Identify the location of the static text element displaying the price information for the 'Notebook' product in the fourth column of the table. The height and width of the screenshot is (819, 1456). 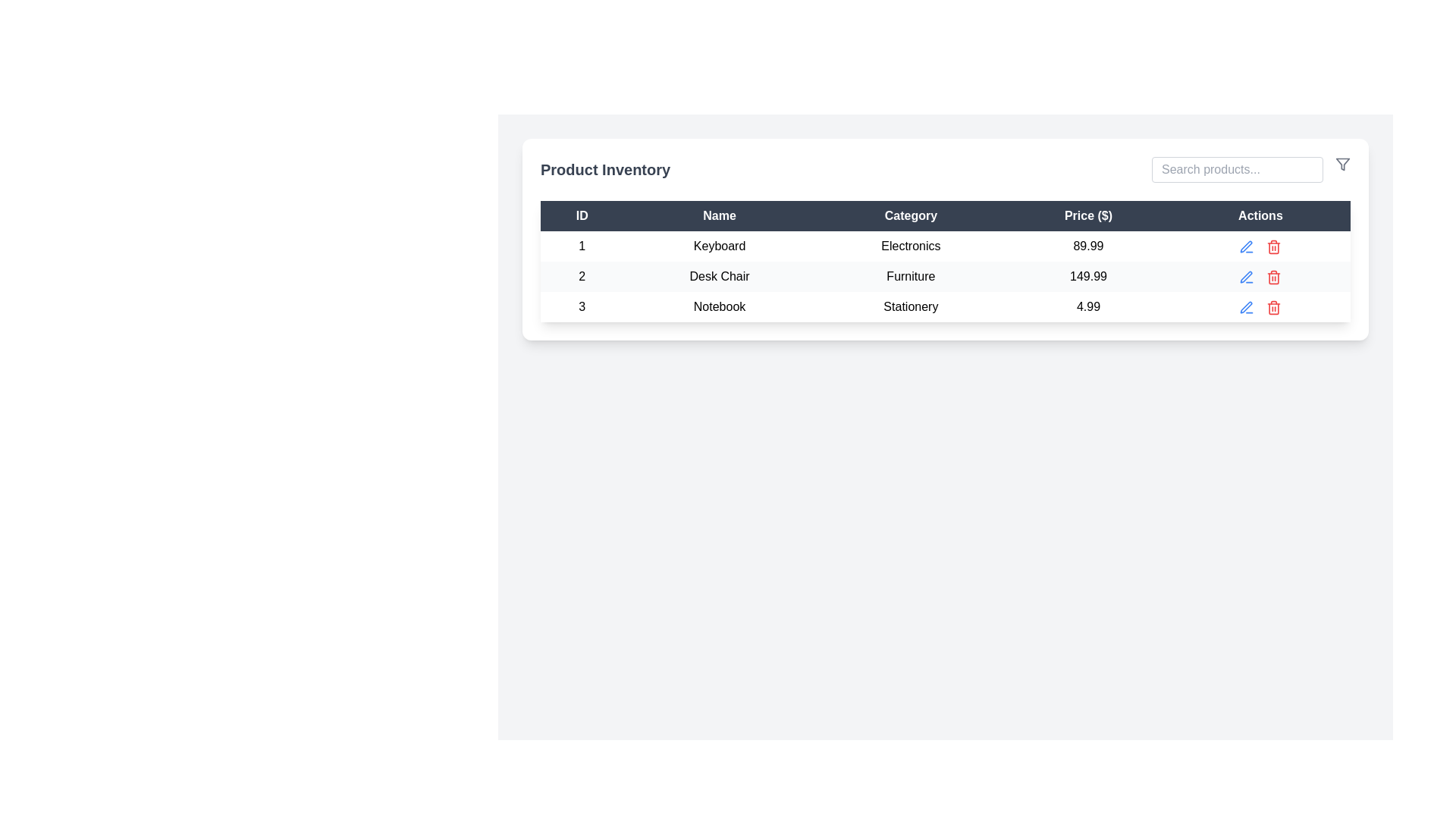
(1087, 307).